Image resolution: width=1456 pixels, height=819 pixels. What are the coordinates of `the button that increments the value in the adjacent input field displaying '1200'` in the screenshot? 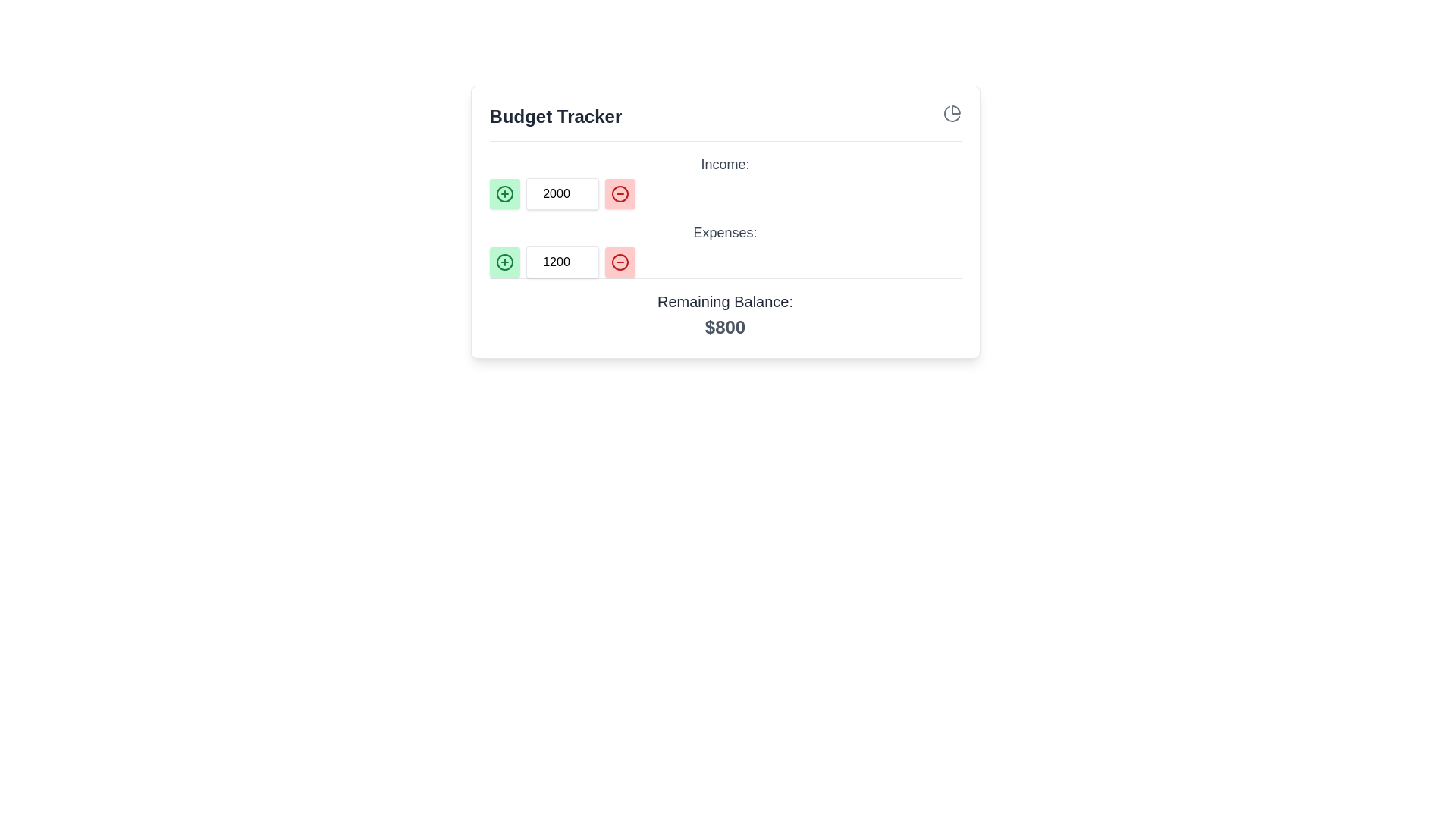 It's located at (504, 262).